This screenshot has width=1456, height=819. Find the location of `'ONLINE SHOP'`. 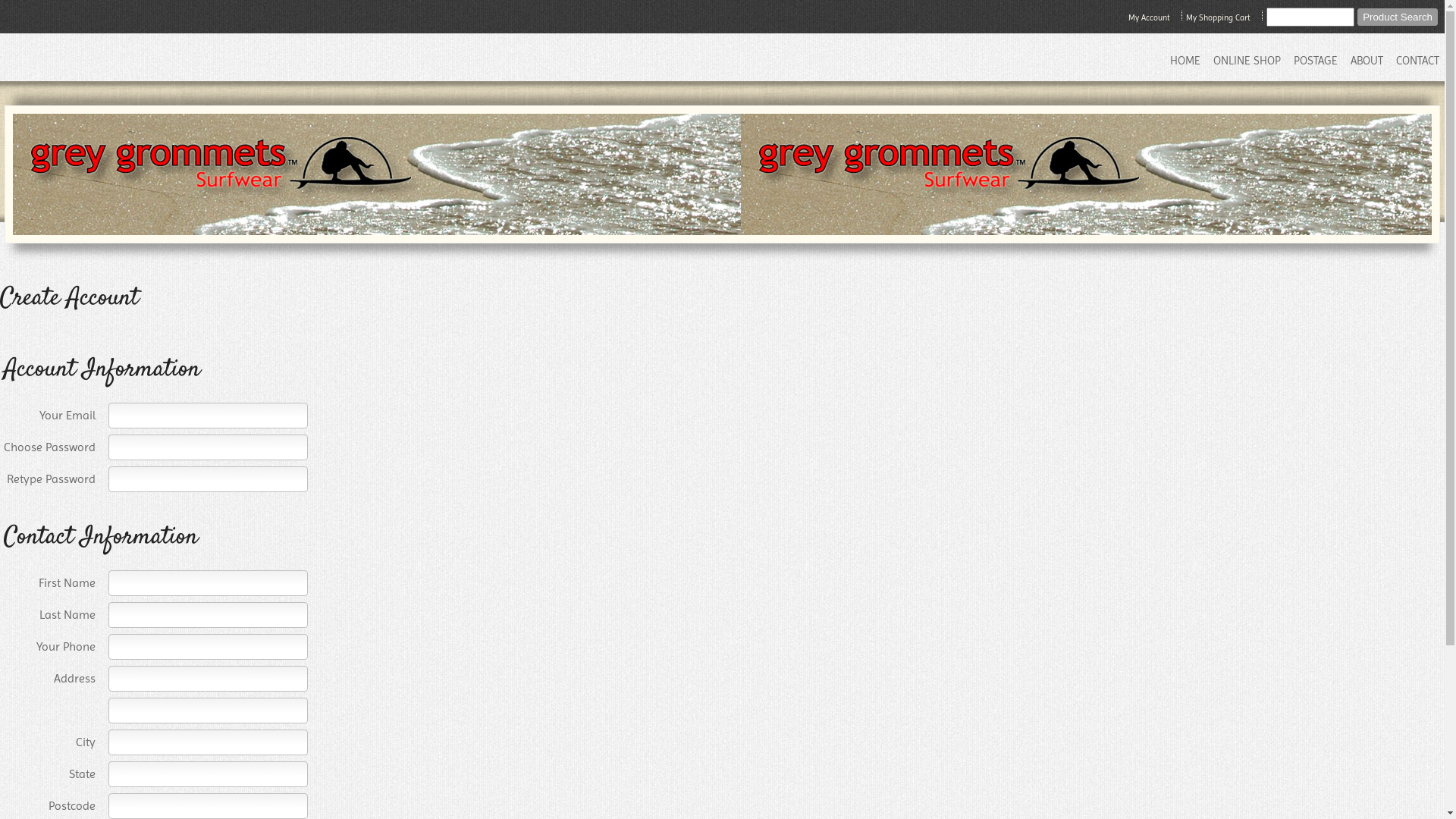

'ONLINE SHOP' is located at coordinates (1245, 60).